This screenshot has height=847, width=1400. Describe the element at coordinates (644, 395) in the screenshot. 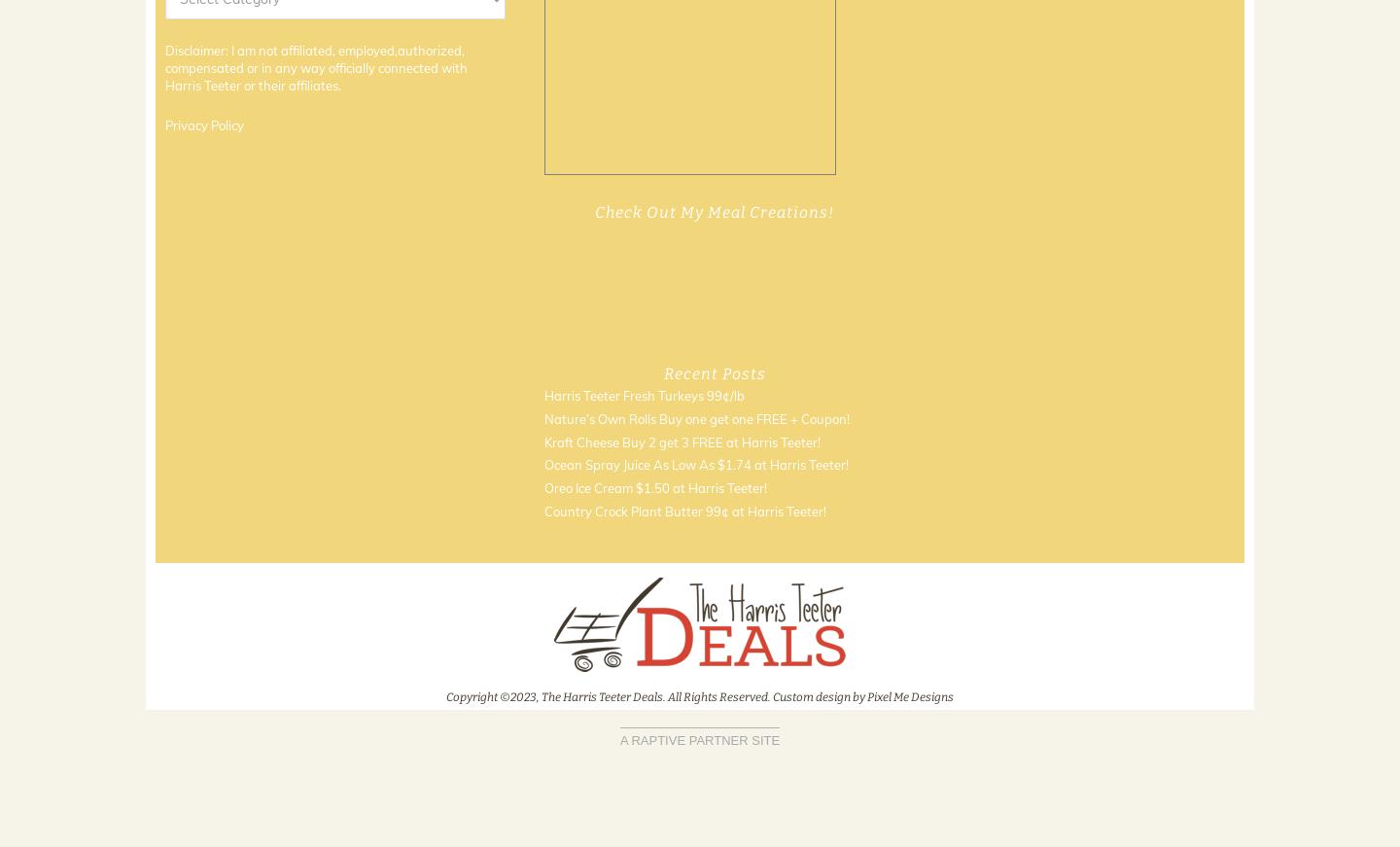

I see `'Harris Teeter Fresh Turkeys 99¢/lb'` at that location.